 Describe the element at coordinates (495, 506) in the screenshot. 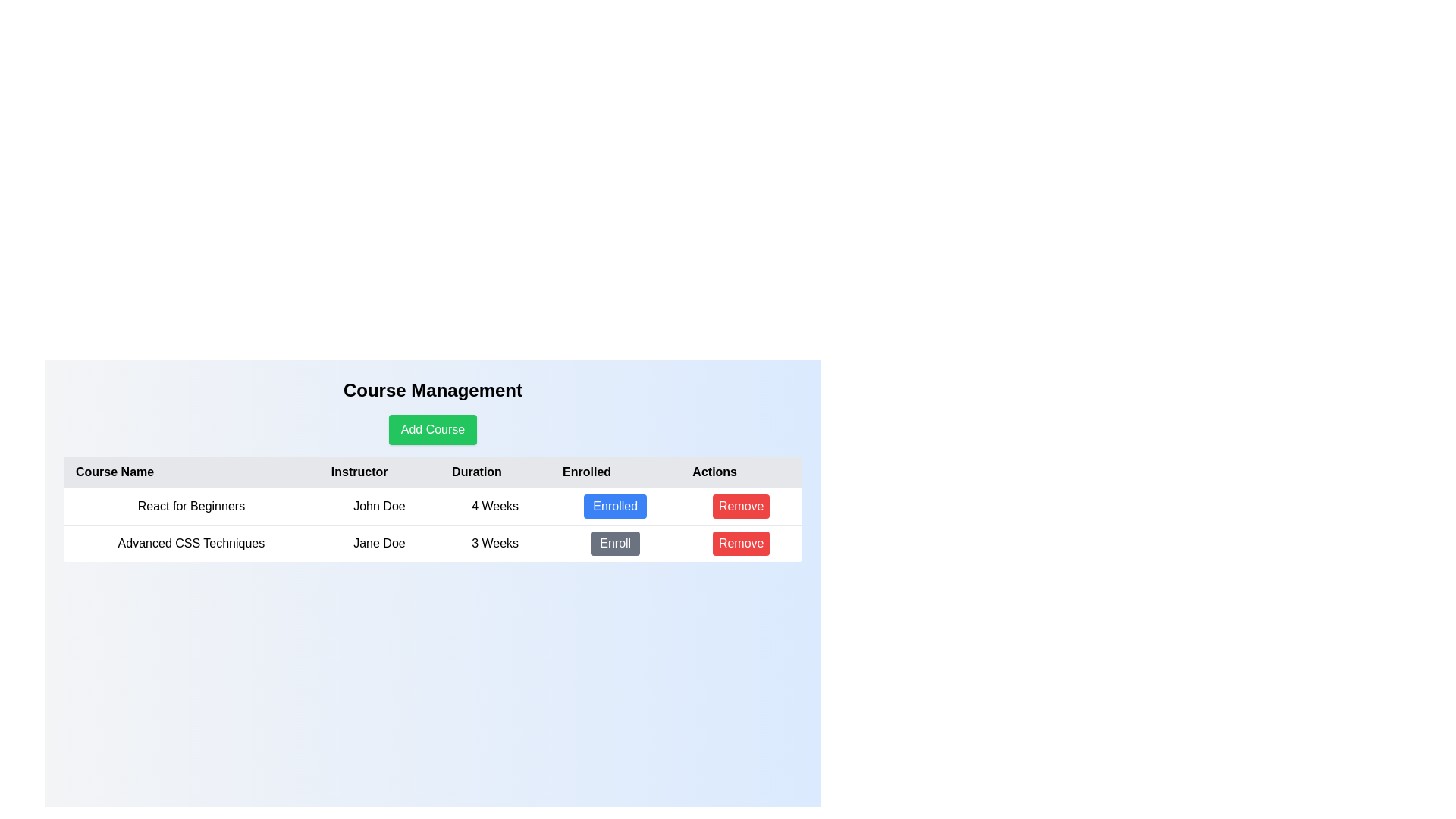

I see `the text label displaying the course duration located in the third column of the course table, which follows 'React for Beginners' and 'John Doe'` at that location.